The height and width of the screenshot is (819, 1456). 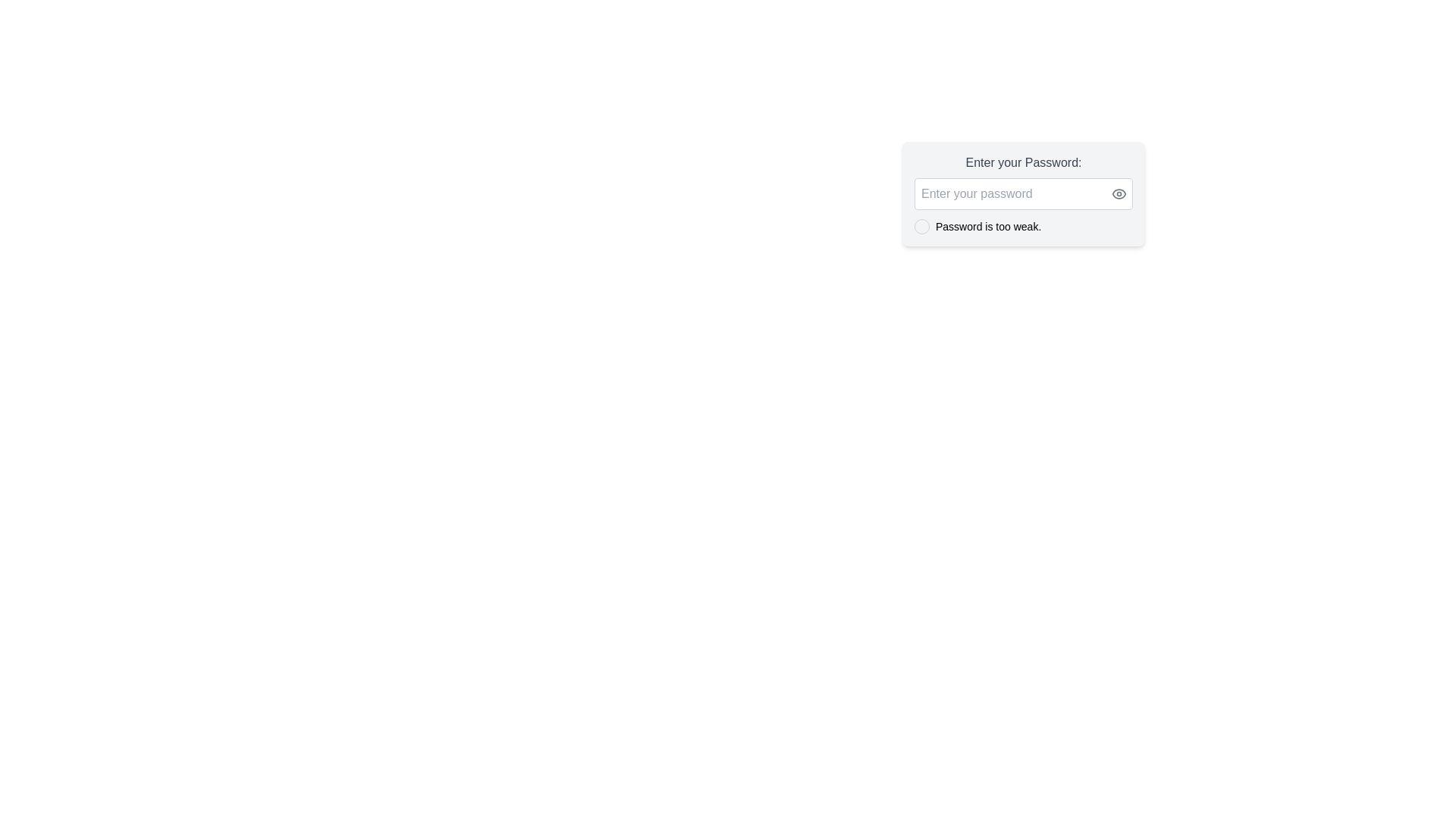 I want to click on feedback message displayed in the Text-feedback component indicating password strength requirements, located below the input field for 'Enter your Password:', so click(x=1023, y=227).